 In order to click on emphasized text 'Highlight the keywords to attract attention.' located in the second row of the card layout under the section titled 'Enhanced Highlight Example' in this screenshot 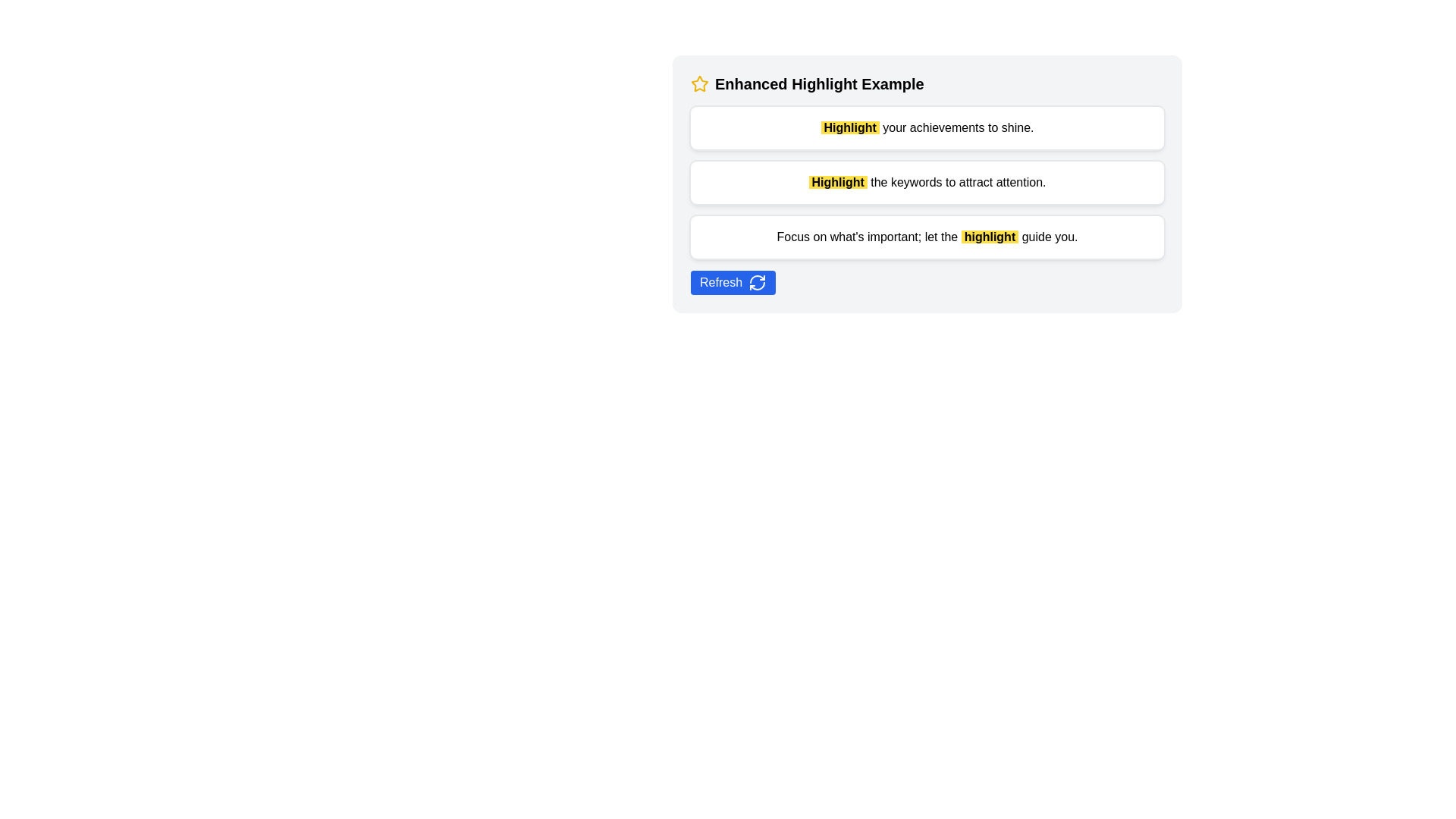, I will do `click(837, 181)`.